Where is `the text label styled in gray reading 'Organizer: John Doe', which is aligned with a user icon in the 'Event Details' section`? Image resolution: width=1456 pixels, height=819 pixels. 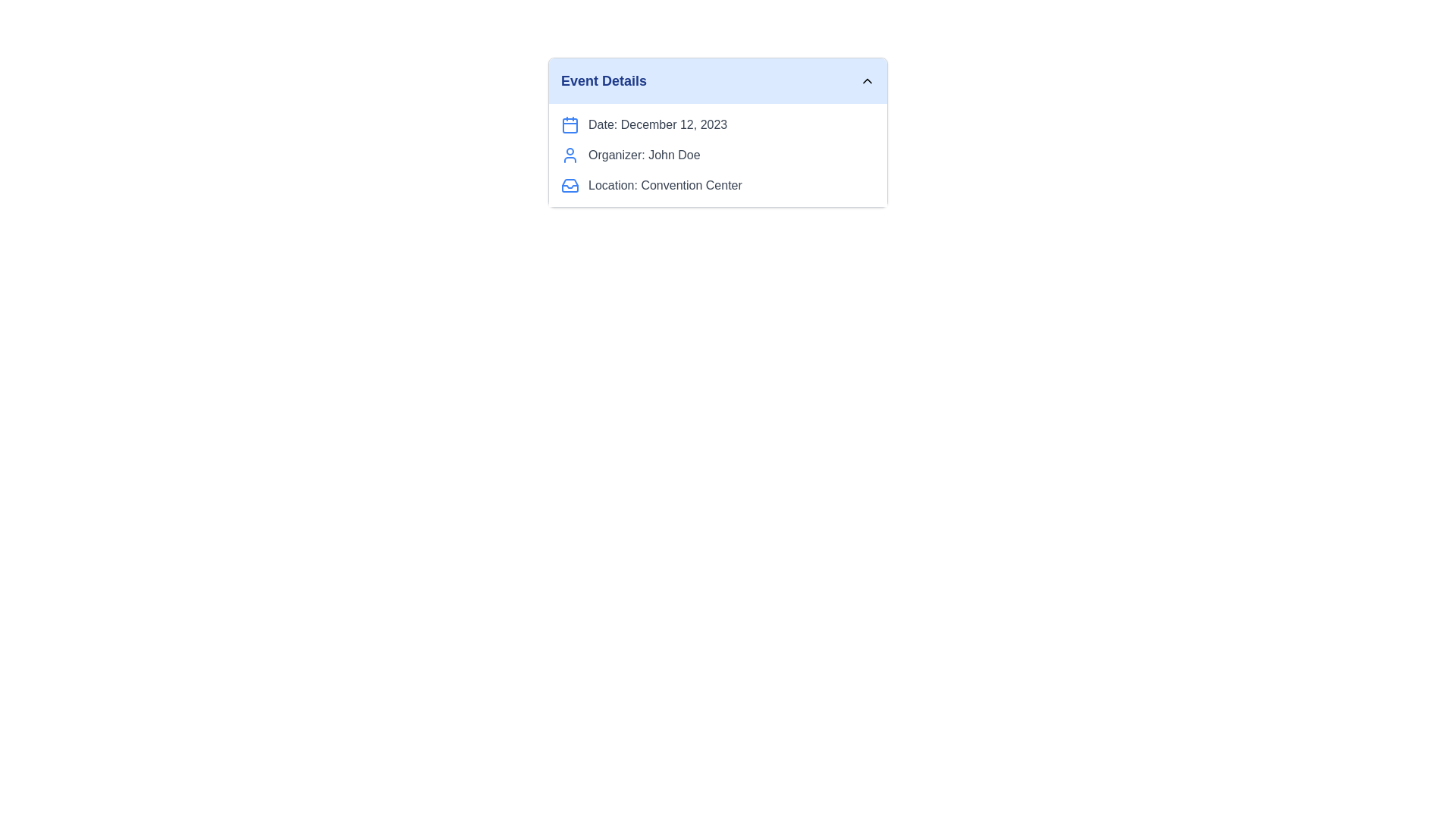
the text label styled in gray reading 'Organizer: John Doe', which is aligned with a user icon in the 'Event Details' section is located at coordinates (644, 155).